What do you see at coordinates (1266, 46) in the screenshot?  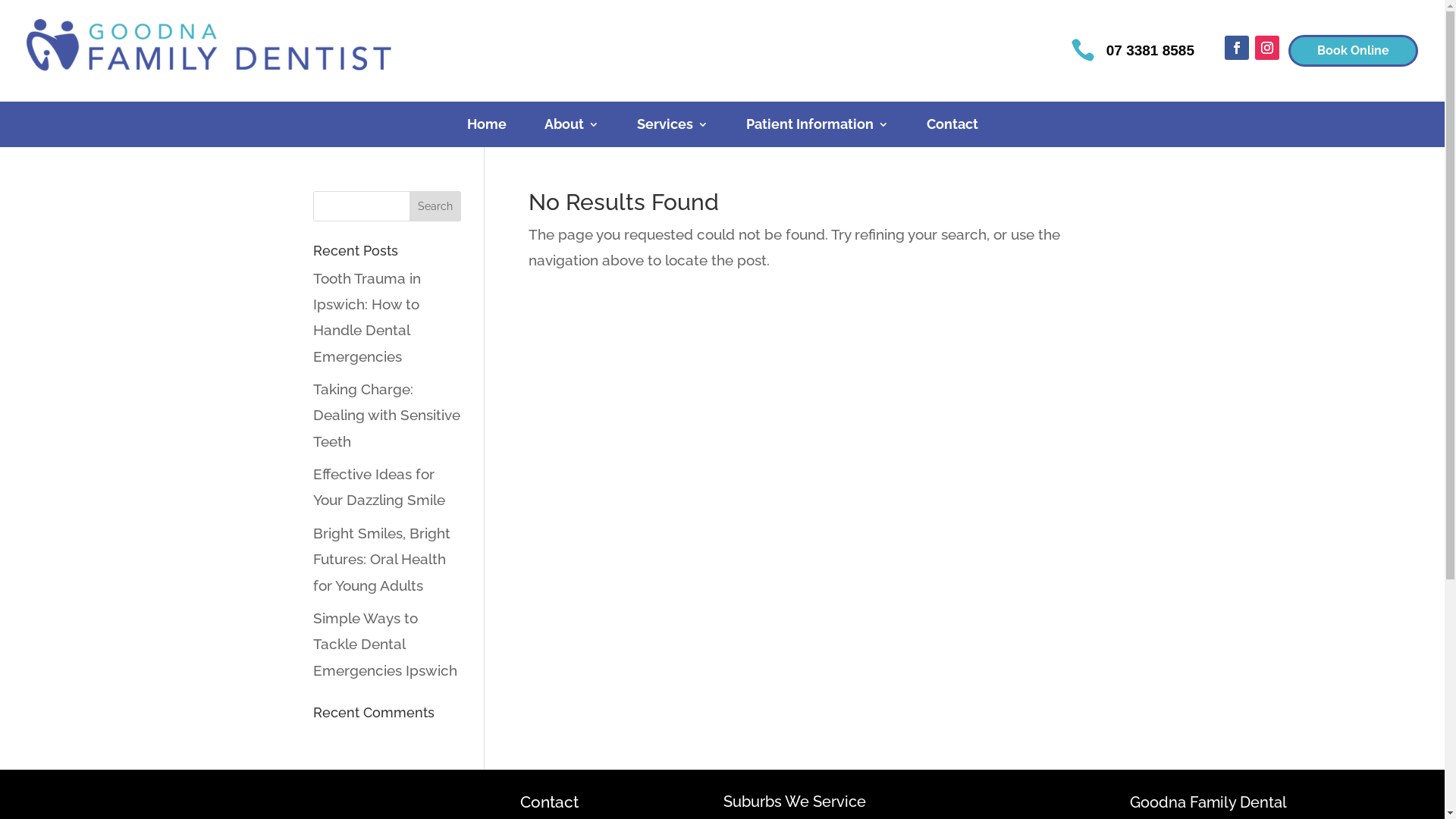 I see `'Follow on Instagram'` at bounding box center [1266, 46].